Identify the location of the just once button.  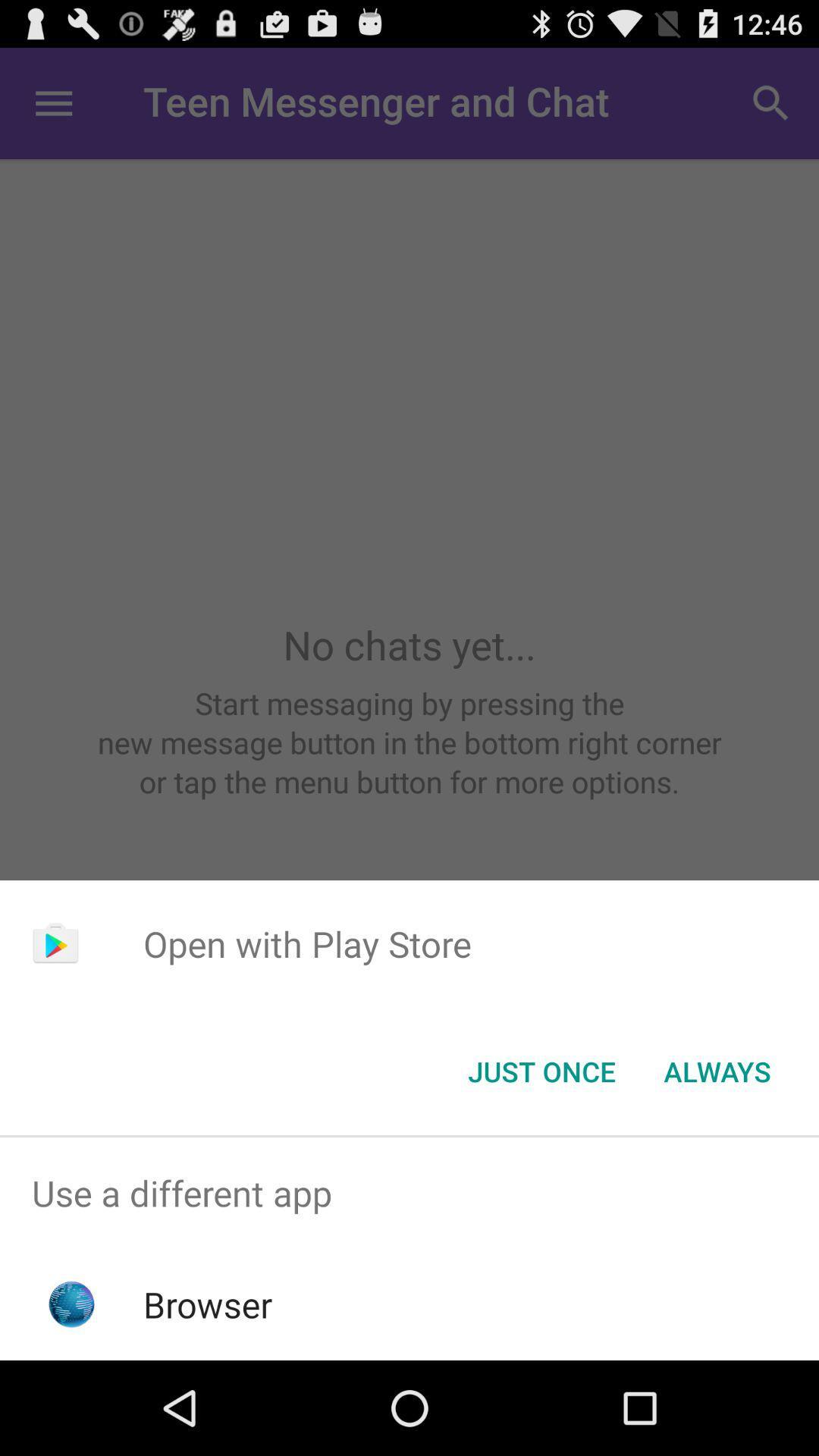
(541, 1070).